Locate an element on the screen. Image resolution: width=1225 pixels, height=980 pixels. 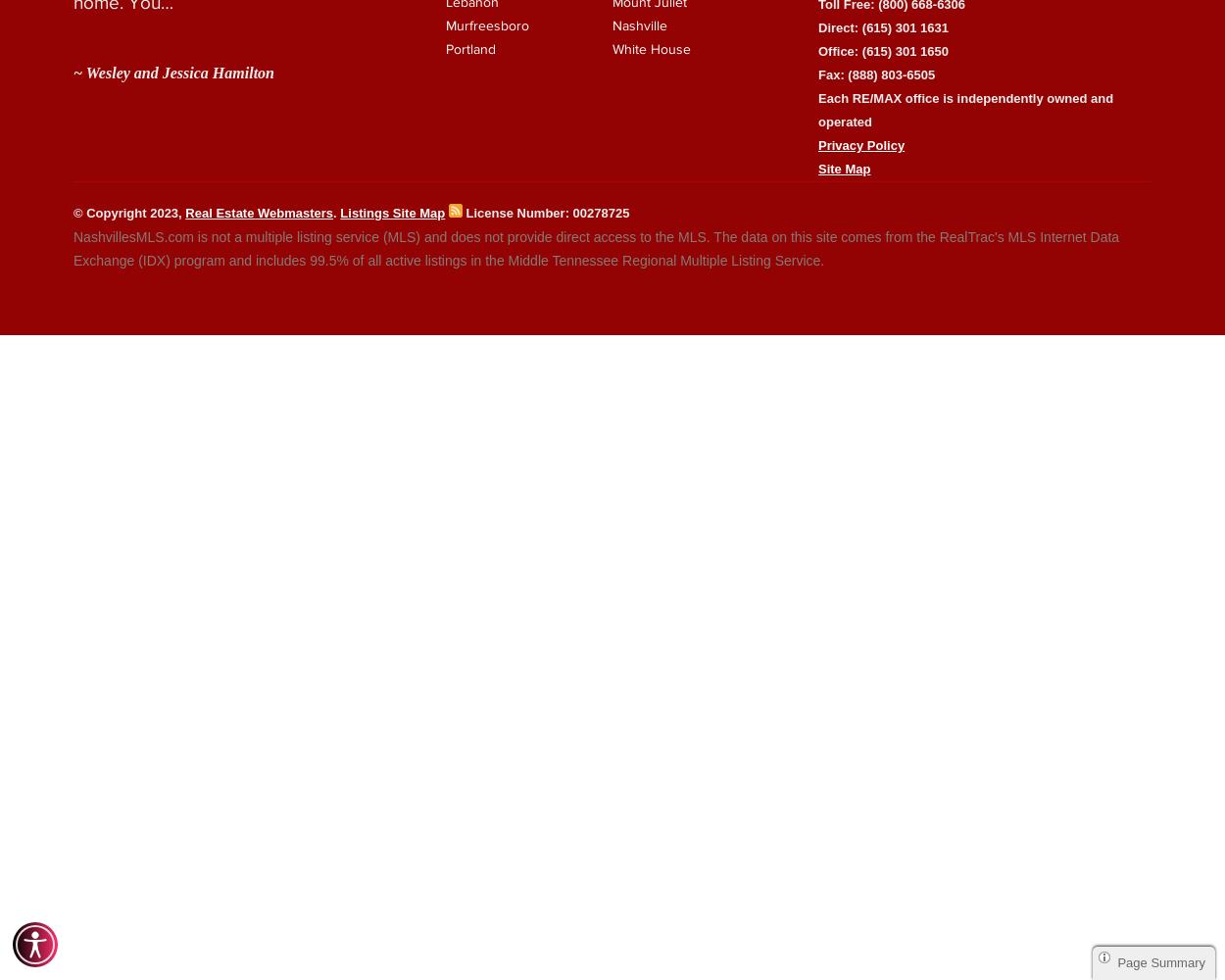
'(615) 301 1631' is located at coordinates (861, 26).